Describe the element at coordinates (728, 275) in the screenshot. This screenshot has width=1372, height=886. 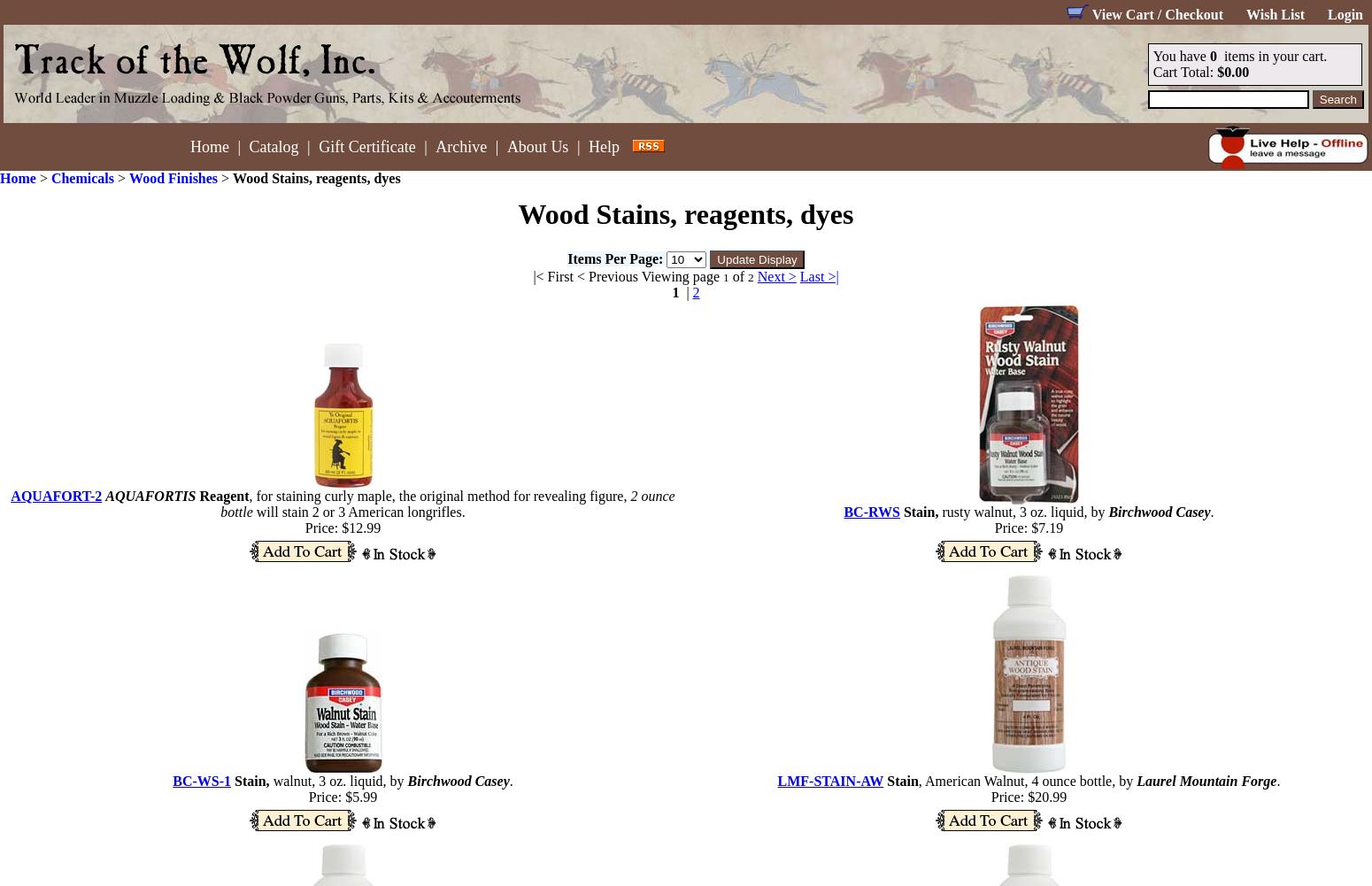
I see `'of'` at that location.